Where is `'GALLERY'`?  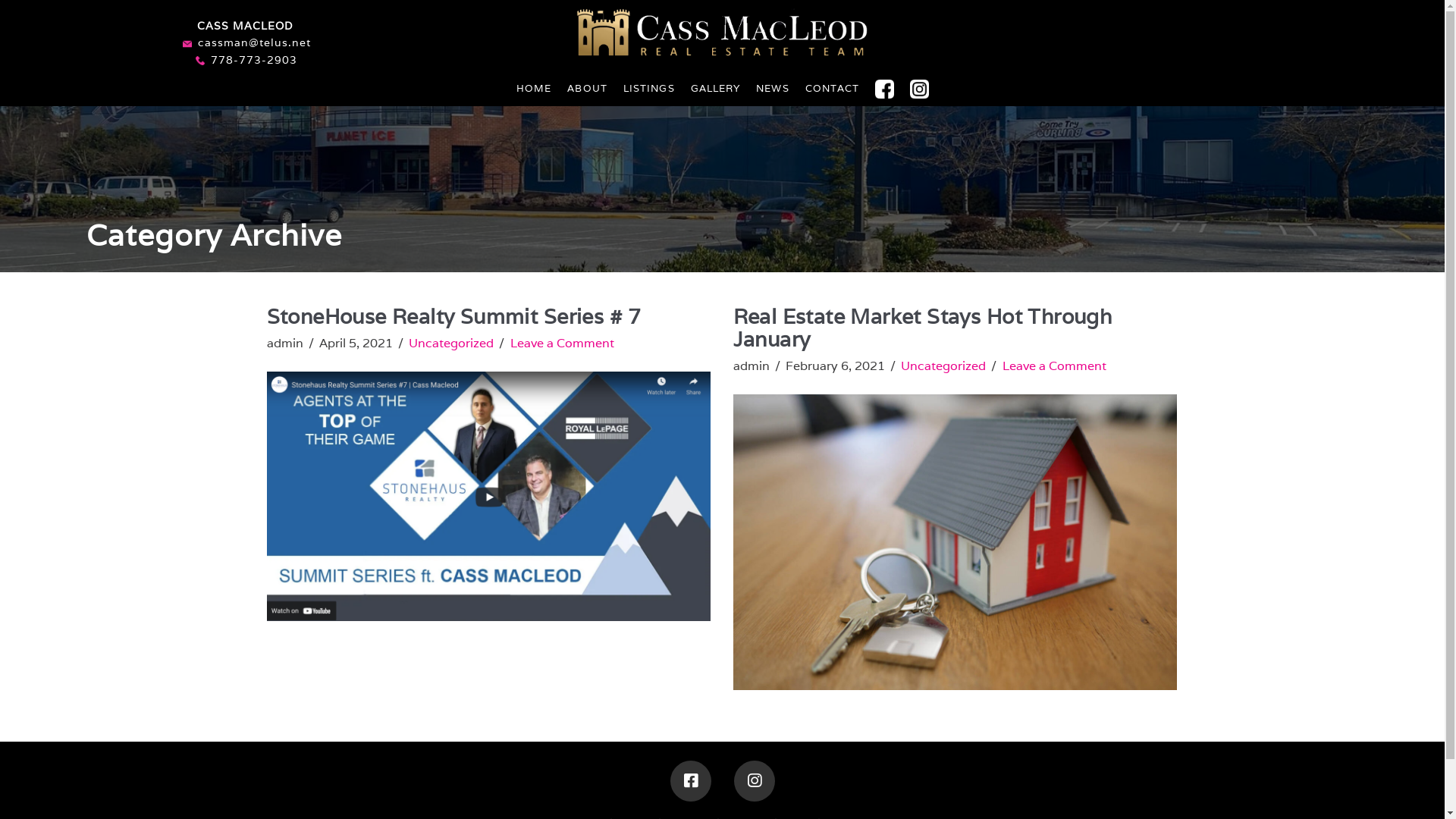
'GALLERY' is located at coordinates (714, 87).